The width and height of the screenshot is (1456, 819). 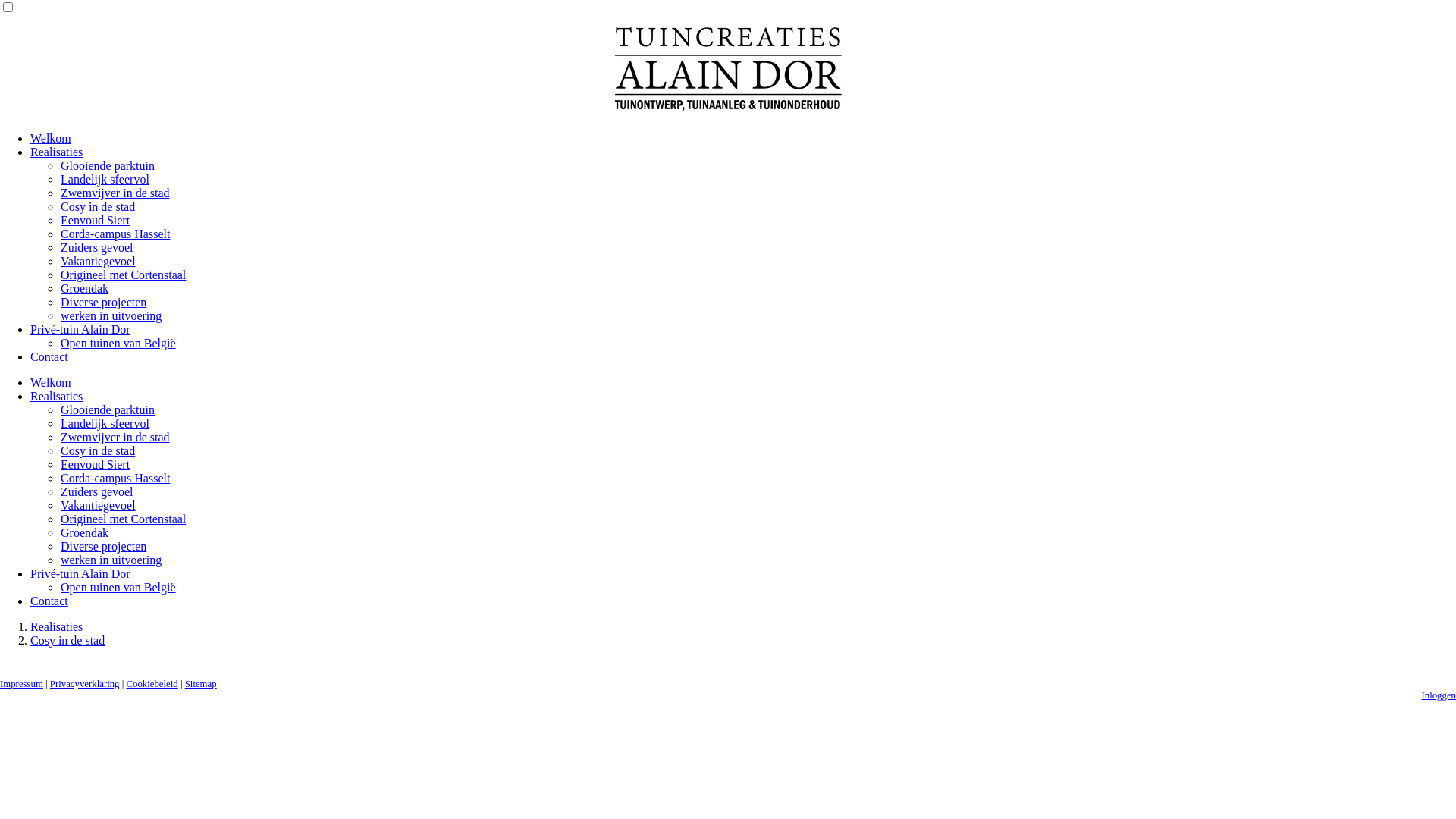 What do you see at coordinates (21, 684) in the screenshot?
I see `'Impressum'` at bounding box center [21, 684].